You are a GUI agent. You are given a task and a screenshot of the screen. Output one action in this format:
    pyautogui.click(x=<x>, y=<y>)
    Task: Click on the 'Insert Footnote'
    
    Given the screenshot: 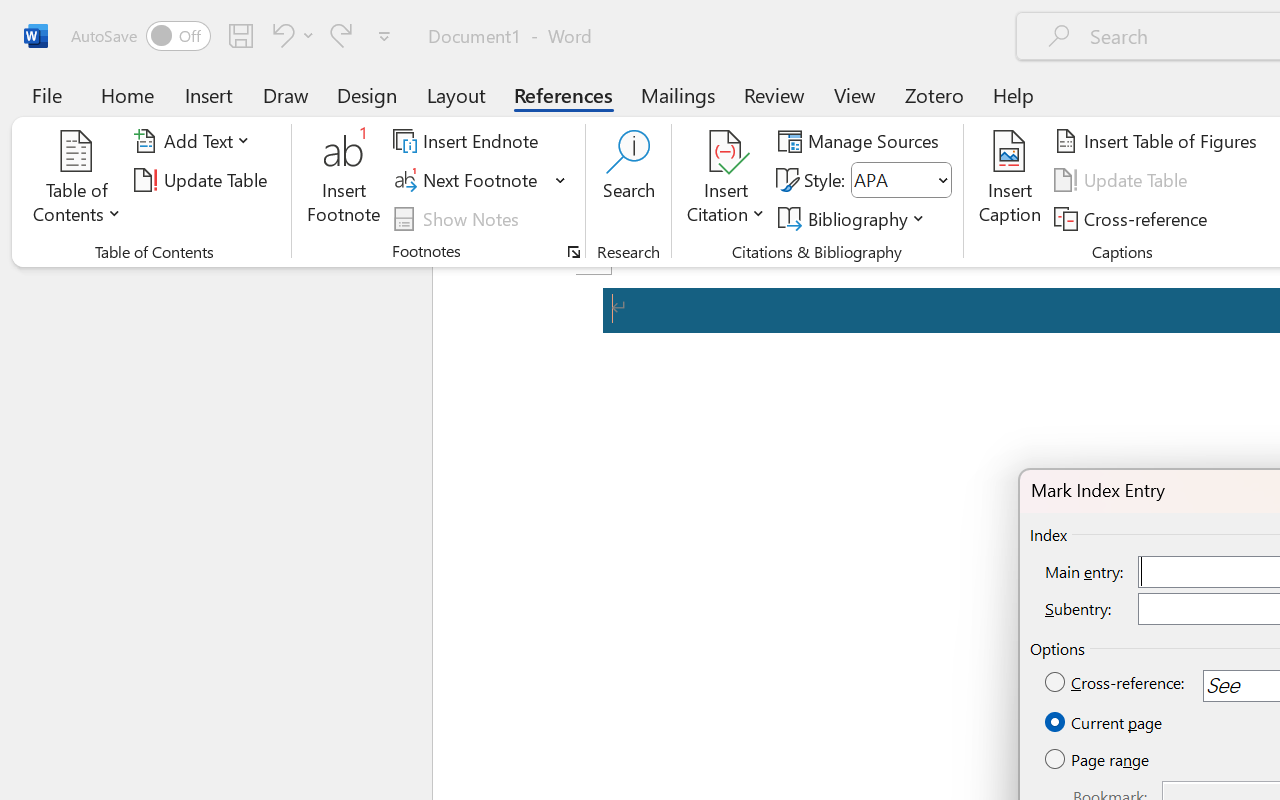 What is the action you would take?
    pyautogui.click(x=344, y=179)
    